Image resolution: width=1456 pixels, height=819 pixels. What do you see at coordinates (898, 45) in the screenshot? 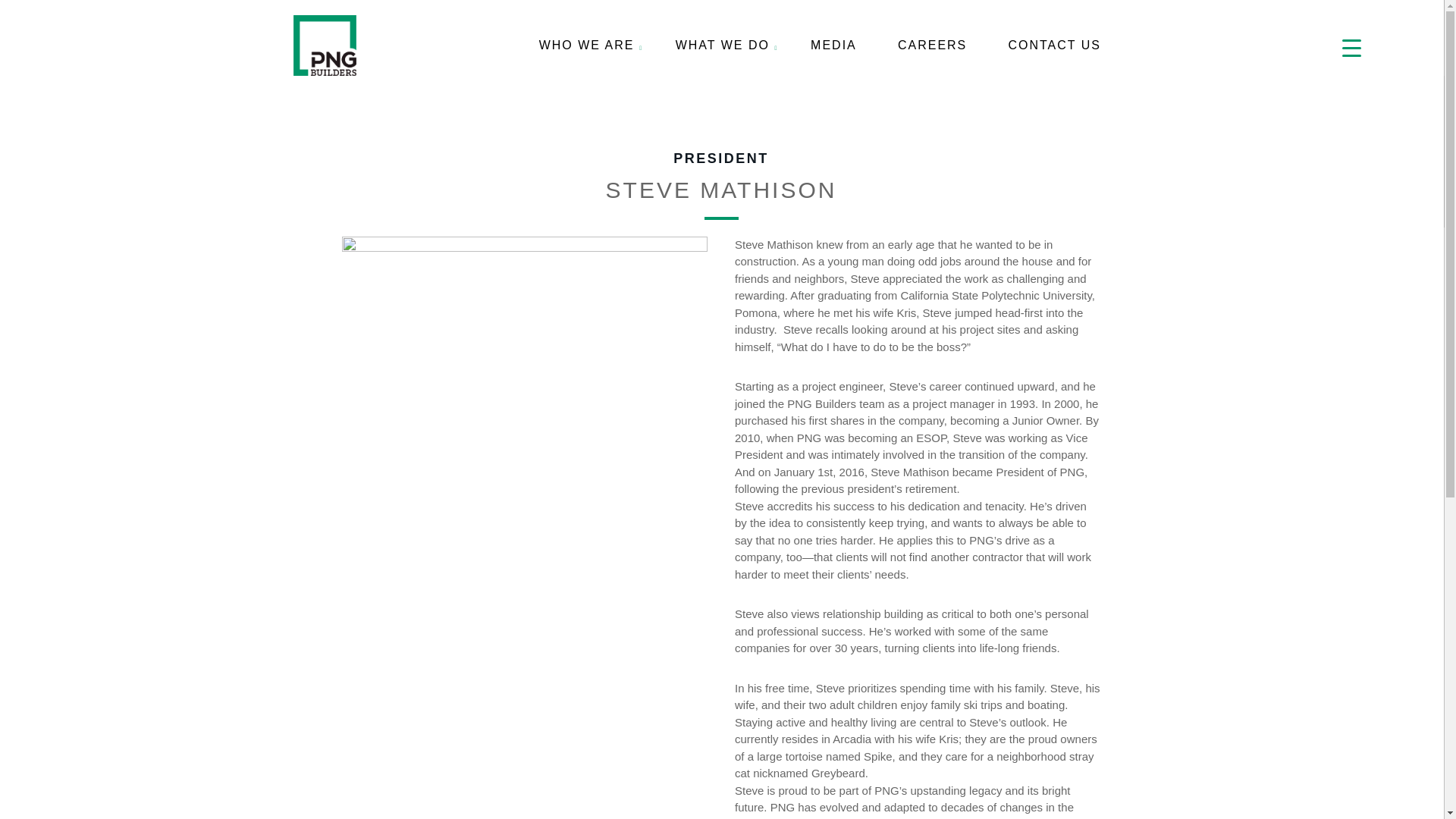
I see `'CAREERS'` at bounding box center [898, 45].